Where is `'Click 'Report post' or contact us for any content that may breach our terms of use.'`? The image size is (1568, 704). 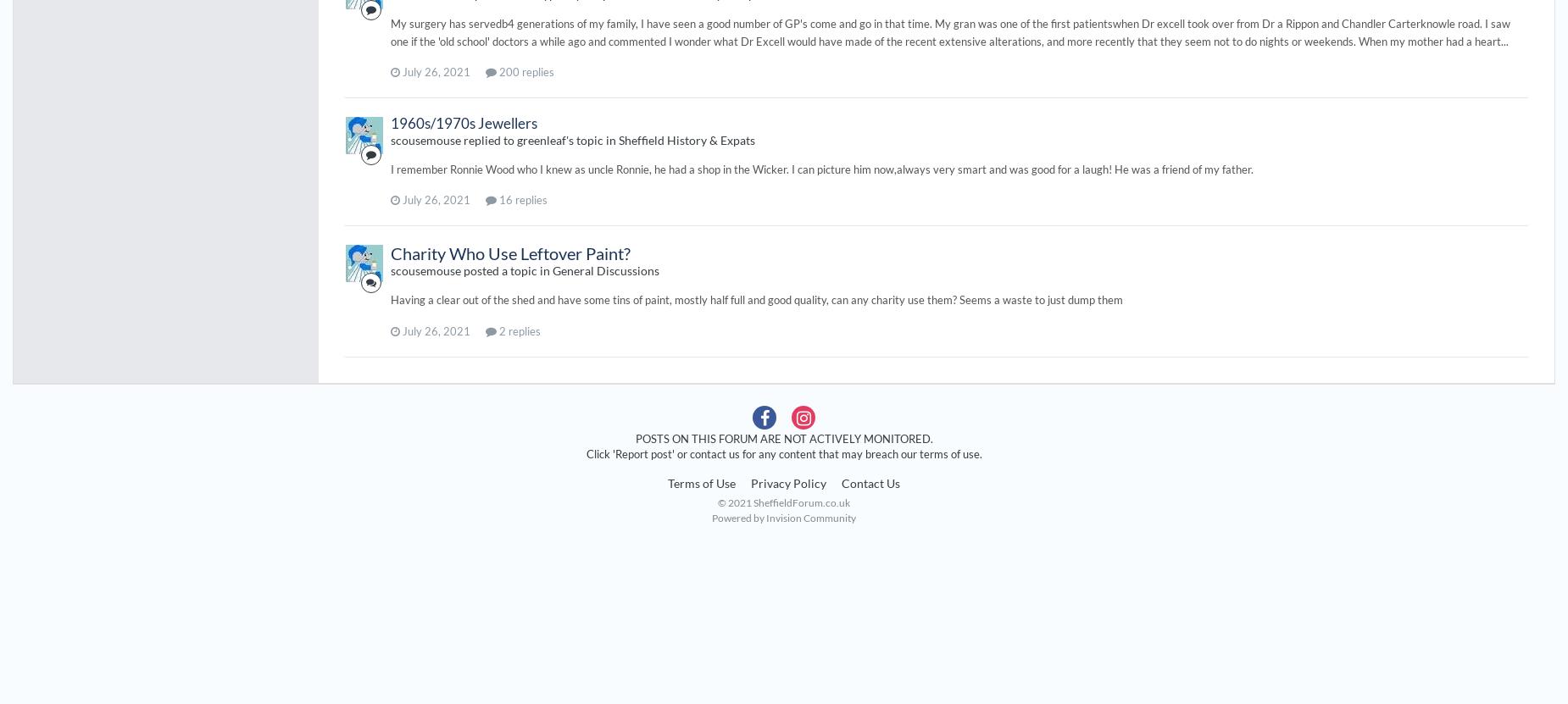
'Click 'Report post' or contact us for any content that may breach our terms of use.' is located at coordinates (783, 452).